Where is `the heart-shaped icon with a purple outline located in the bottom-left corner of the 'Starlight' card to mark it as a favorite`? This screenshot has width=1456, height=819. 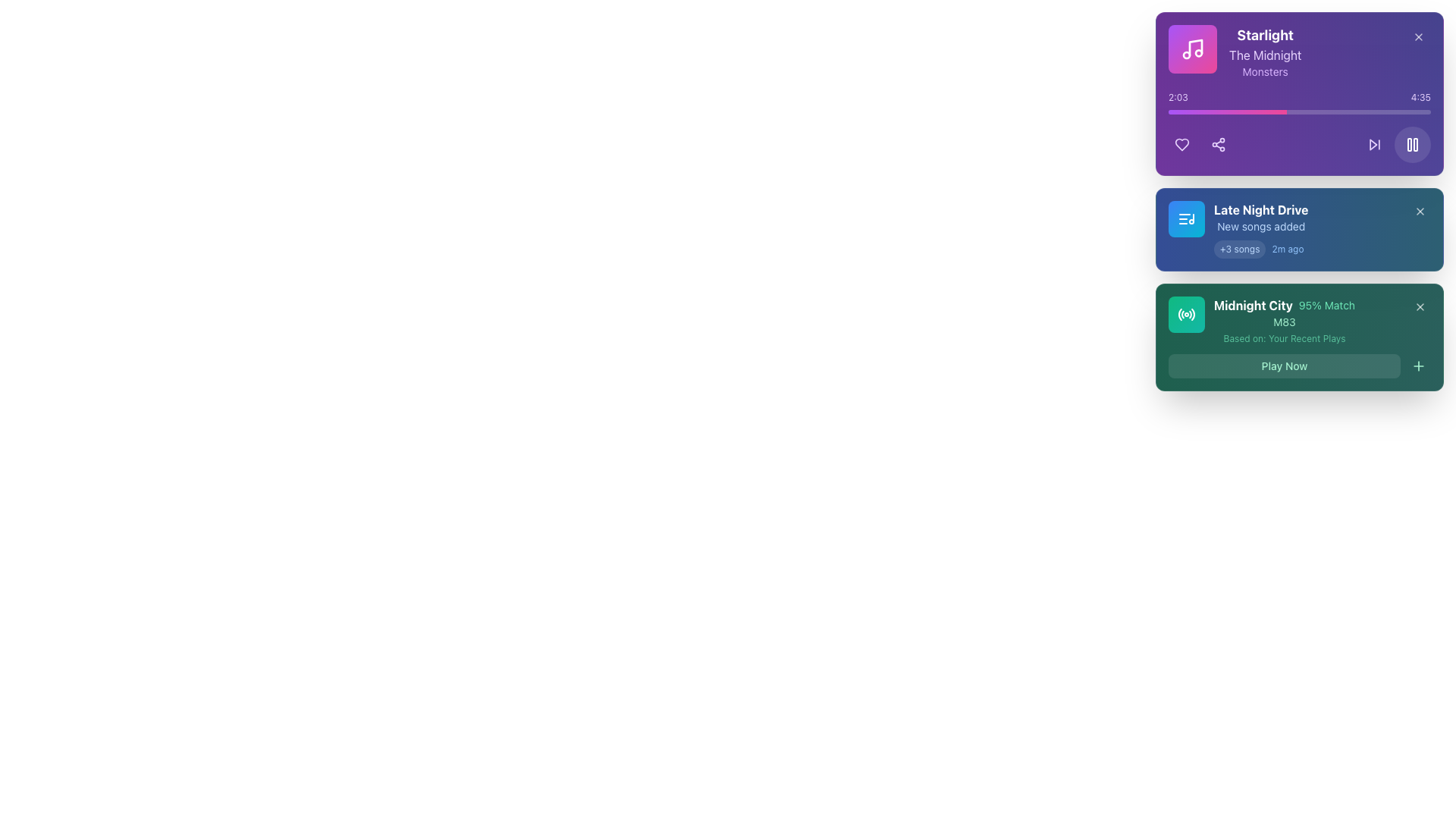
the heart-shaped icon with a purple outline located in the bottom-left corner of the 'Starlight' card to mark it as a favorite is located at coordinates (1181, 145).